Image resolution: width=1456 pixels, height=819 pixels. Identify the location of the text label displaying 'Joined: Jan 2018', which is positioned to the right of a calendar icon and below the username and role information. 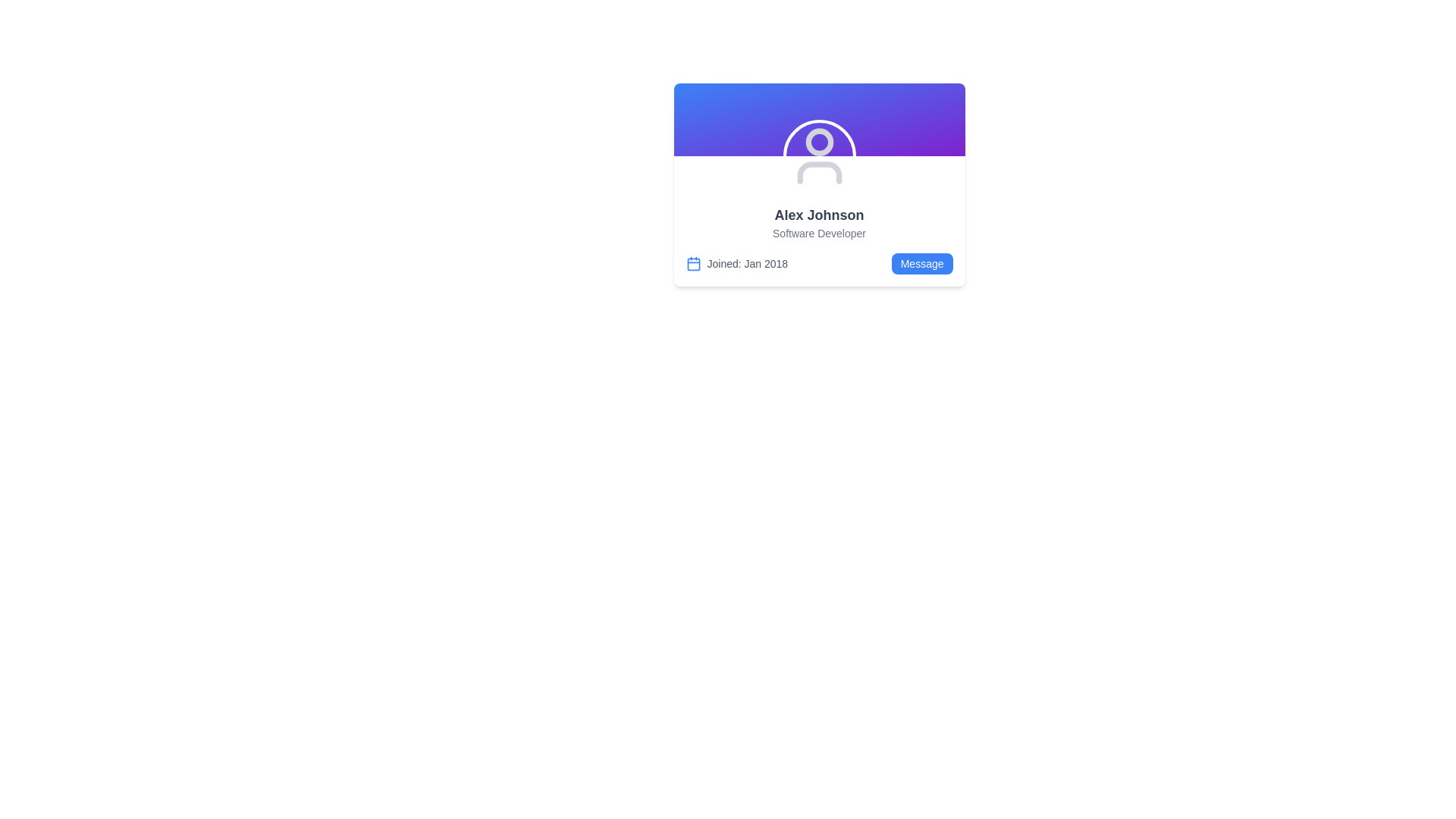
(747, 262).